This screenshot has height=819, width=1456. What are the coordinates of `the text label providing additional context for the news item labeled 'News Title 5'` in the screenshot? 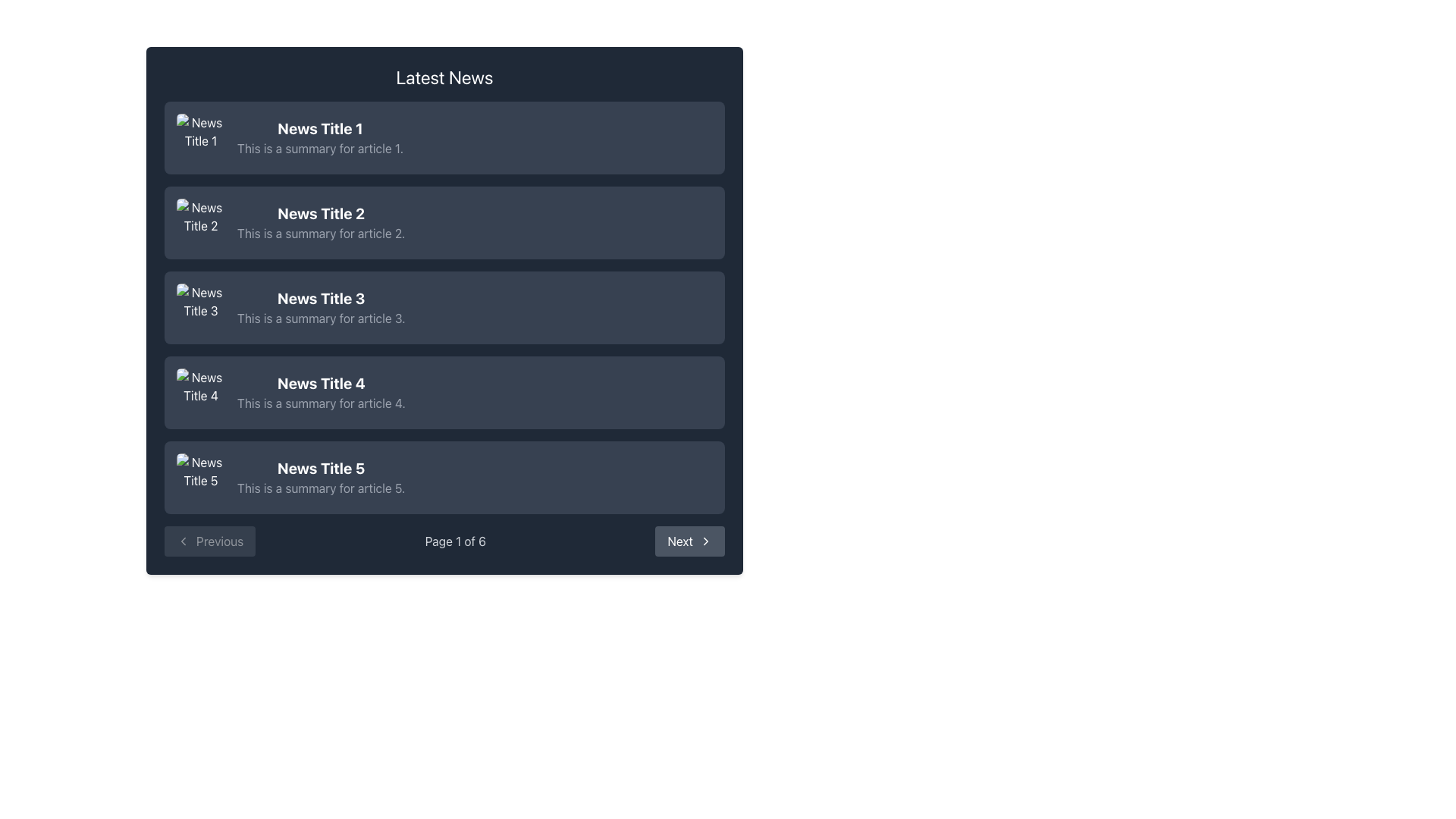 It's located at (320, 488).